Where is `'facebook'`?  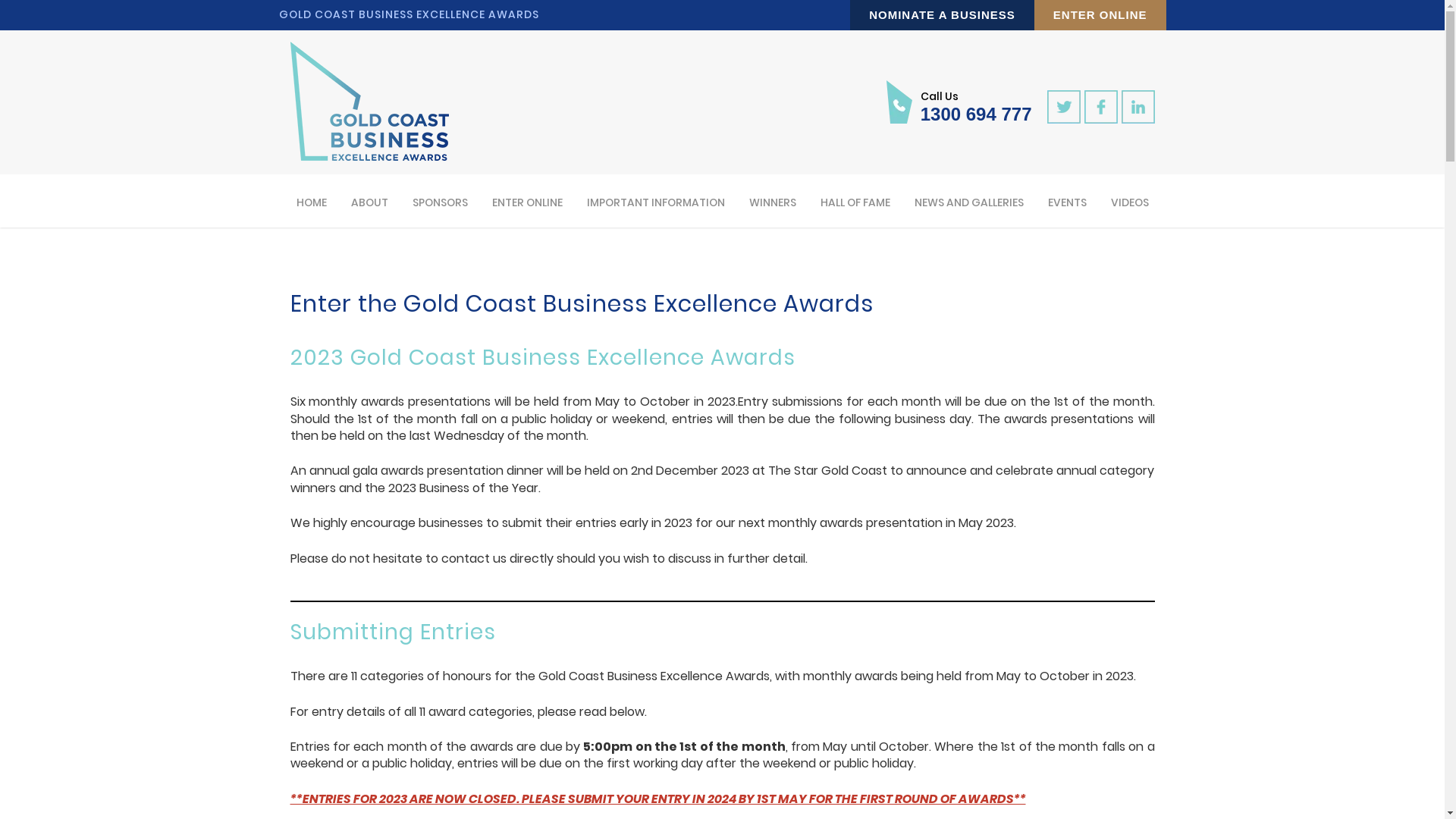 'facebook' is located at coordinates (1100, 106).